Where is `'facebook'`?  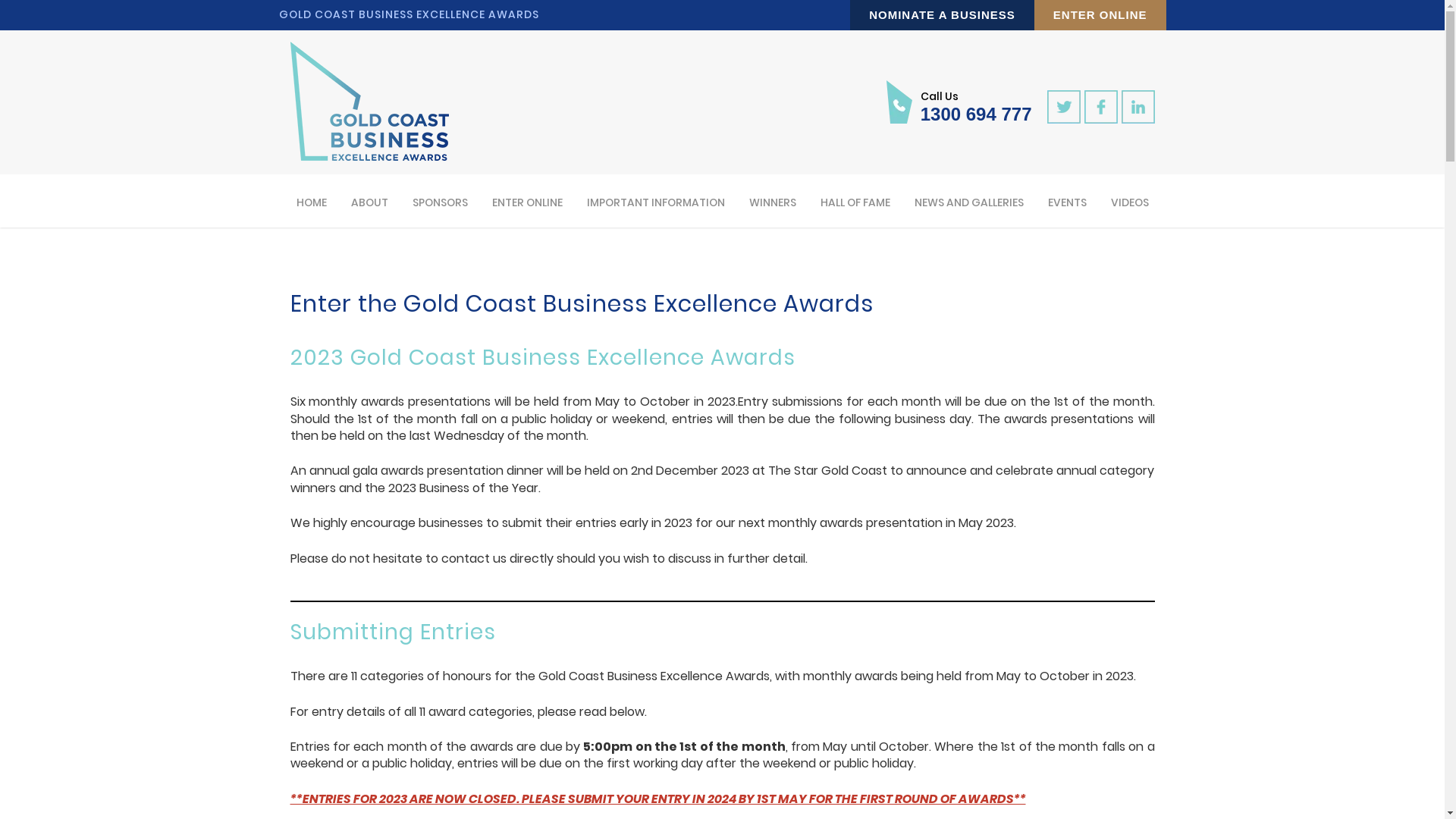 'facebook' is located at coordinates (1100, 106).